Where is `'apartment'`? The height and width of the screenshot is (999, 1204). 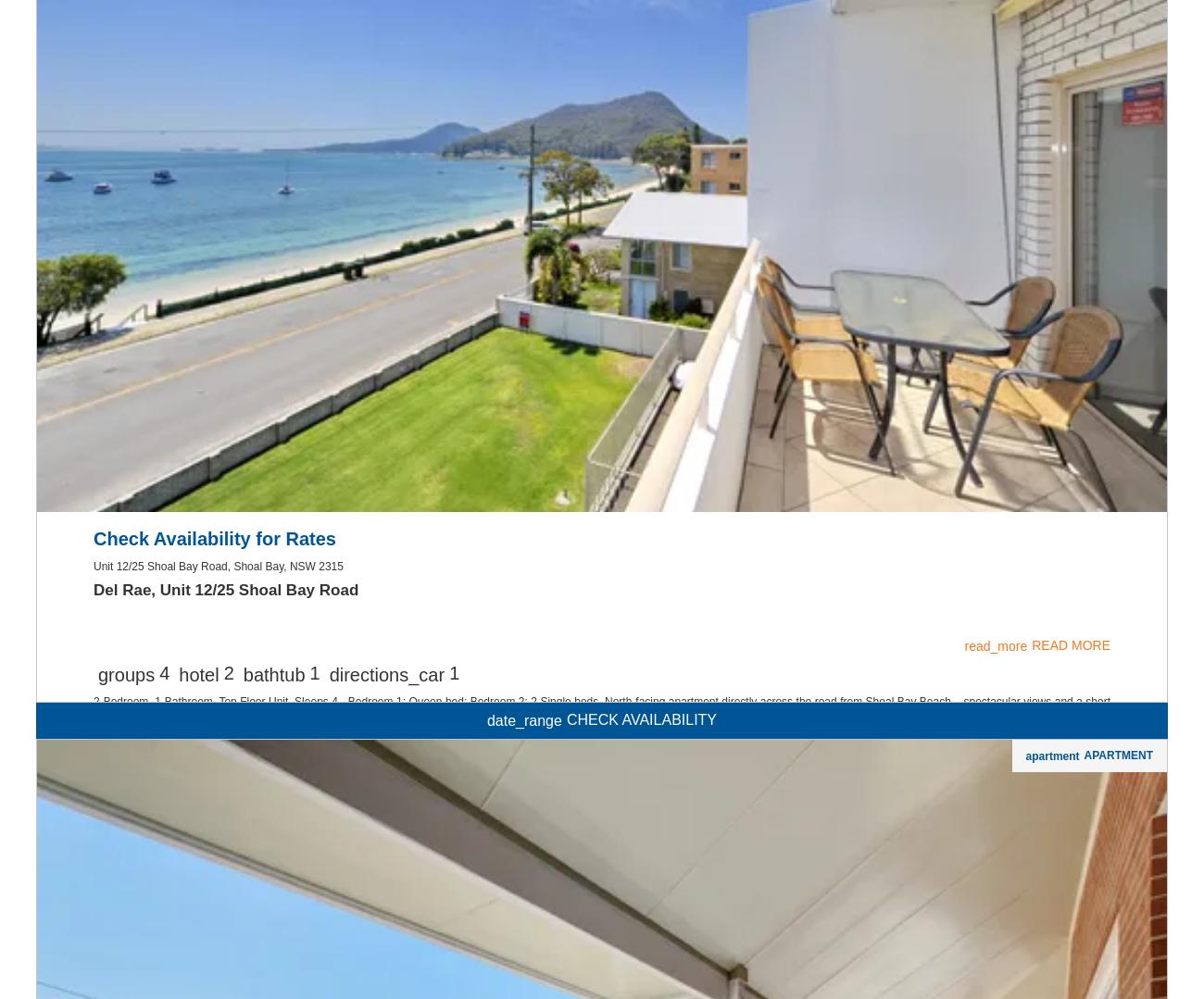 'apartment' is located at coordinates (1050, 27).